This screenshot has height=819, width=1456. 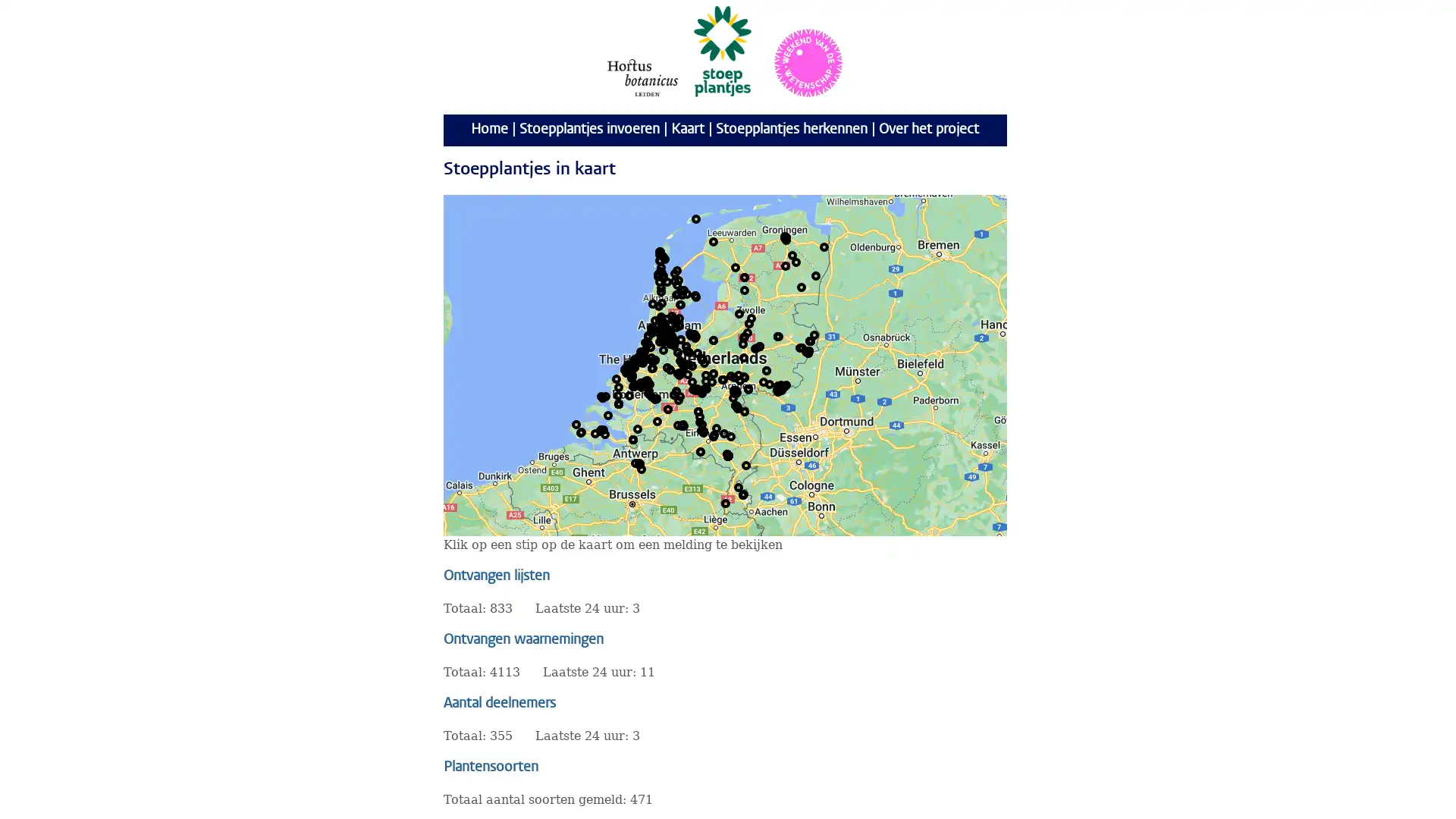 What do you see at coordinates (619, 403) in the screenshot?
I see `Telling van Evi op 03 juni 2022` at bounding box center [619, 403].